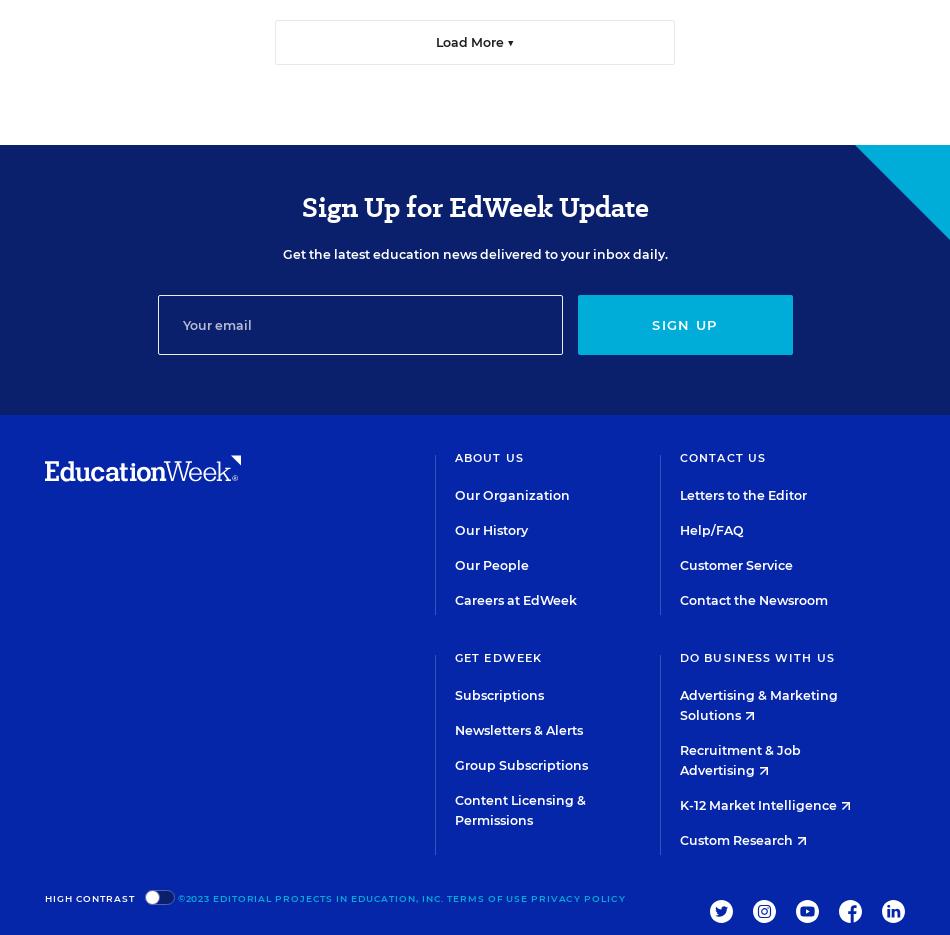  What do you see at coordinates (492, 565) in the screenshot?
I see `'Our People'` at bounding box center [492, 565].